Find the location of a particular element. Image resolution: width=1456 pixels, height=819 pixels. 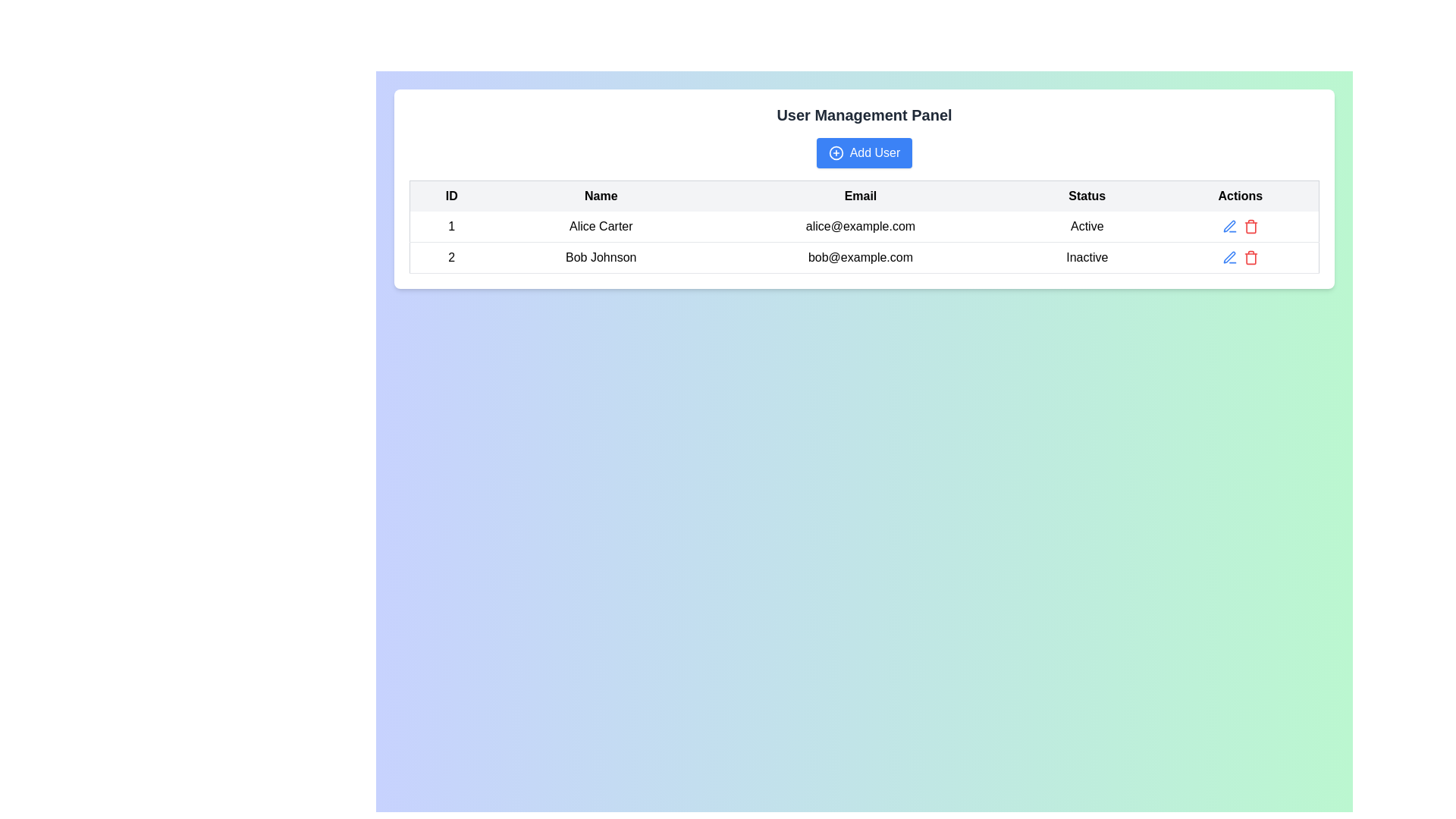

the static label indicating the current status ('Inactive') of the user located in the second row of the 'Status' column, between the 'Email' and 'Actions' columns is located at coordinates (1086, 256).